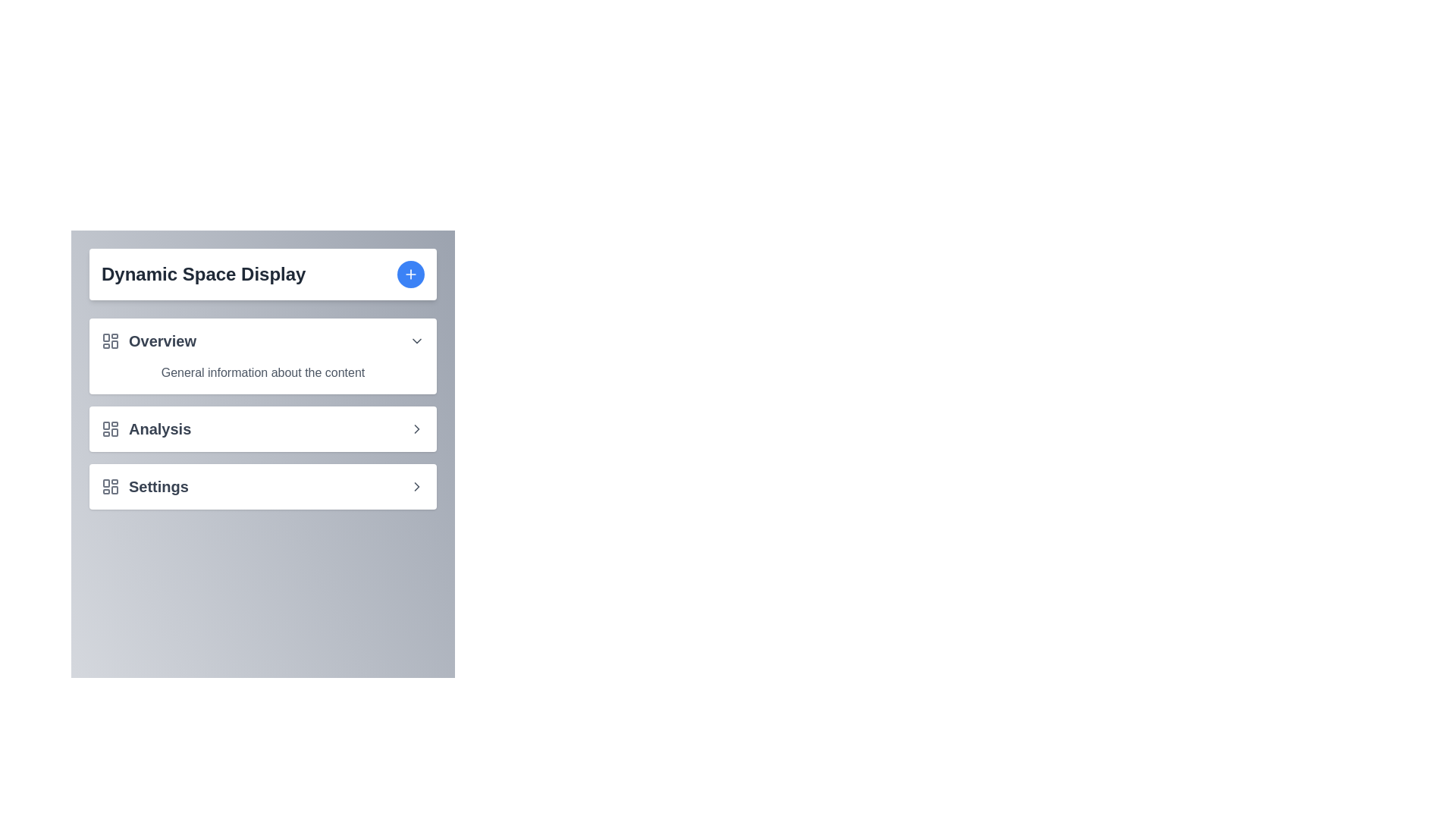  What do you see at coordinates (262, 486) in the screenshot?
I see `the Settings button located in the sidebar, which is the third item in a vertical list of buttons` at bounding box center [262, 486].